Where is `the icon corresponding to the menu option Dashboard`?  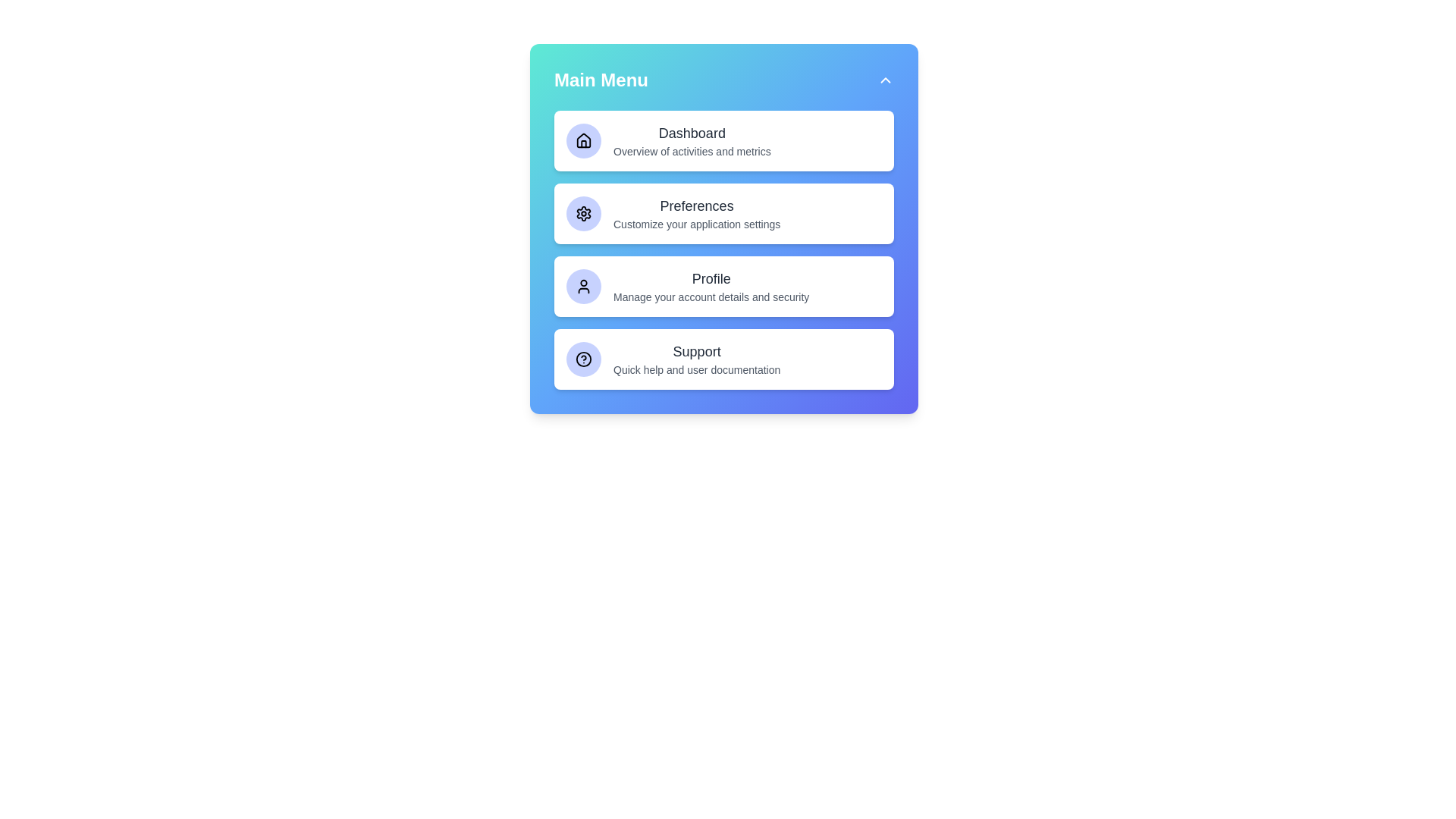
the icon corresponding to the menu option Dashboard is located at coordinates (582, 140).